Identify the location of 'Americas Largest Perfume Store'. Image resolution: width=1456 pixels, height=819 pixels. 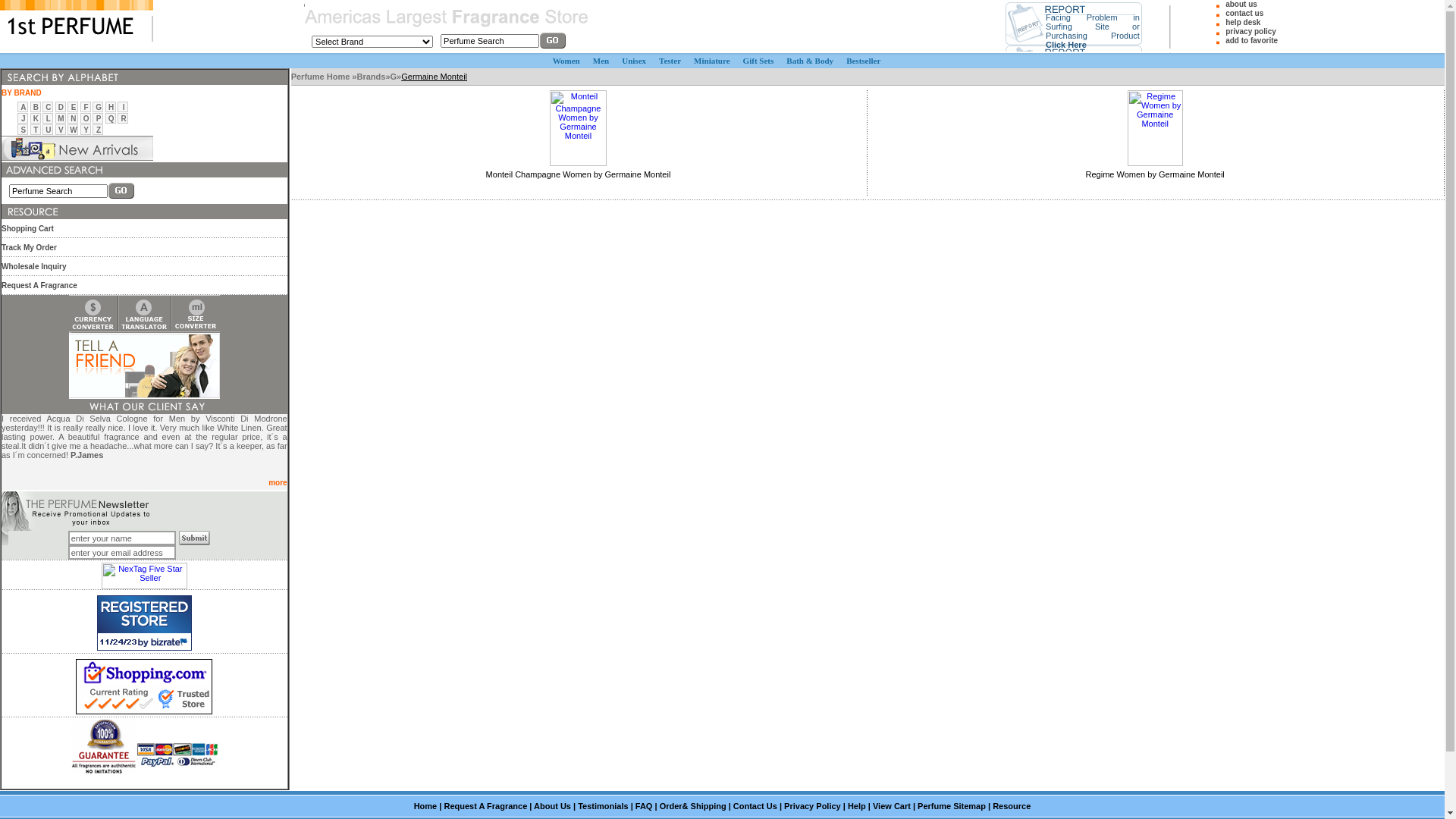
(446, 17).